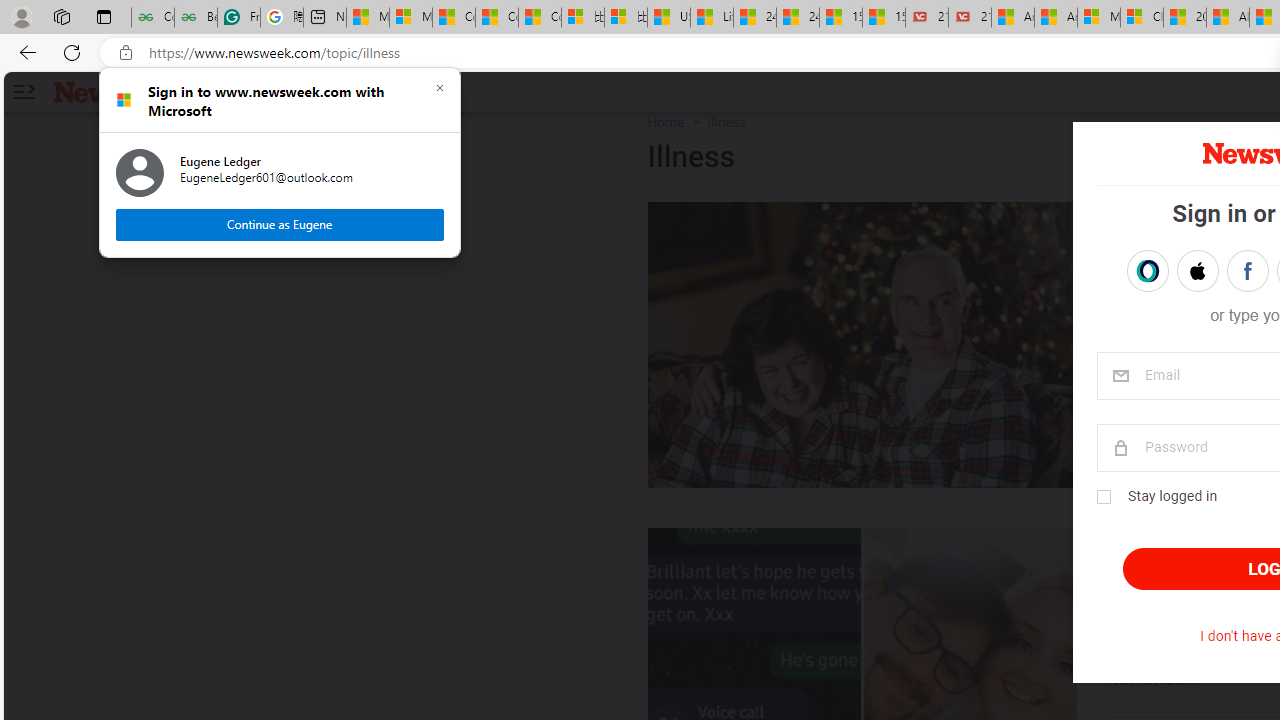 The width and height of the screenshot is (1280, 720). Describe the element at coordinates (1102, 496) in the screenshot. I see `'Class: checkbox'` at that location.